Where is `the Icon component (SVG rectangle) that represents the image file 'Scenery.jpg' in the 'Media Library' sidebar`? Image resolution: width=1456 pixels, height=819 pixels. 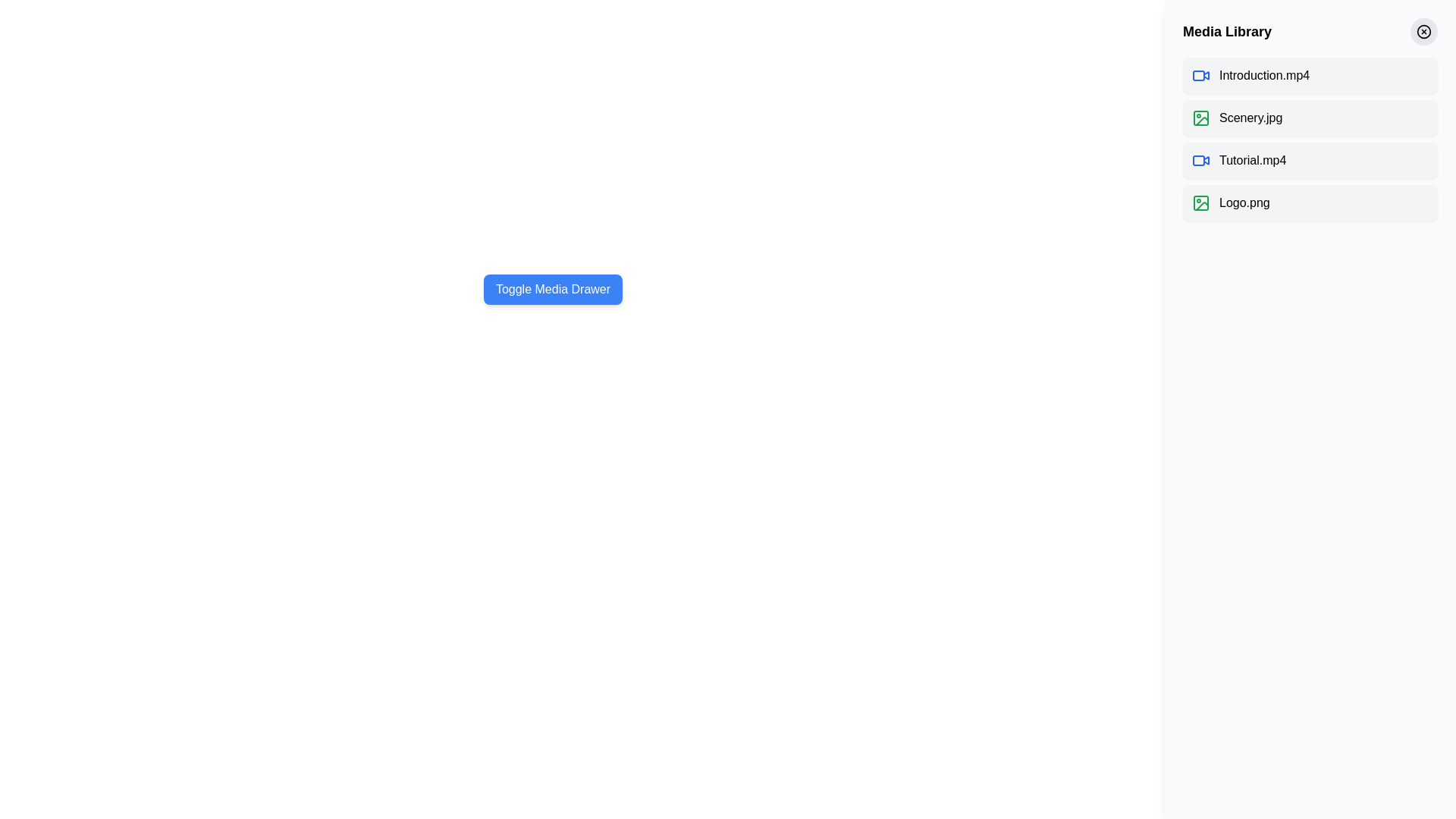
the Icon component (SVG rectangle) that represents the image file 'Scenery.jpg' in the 'Media Library' sidebar is located at coordinates (1200, 117).